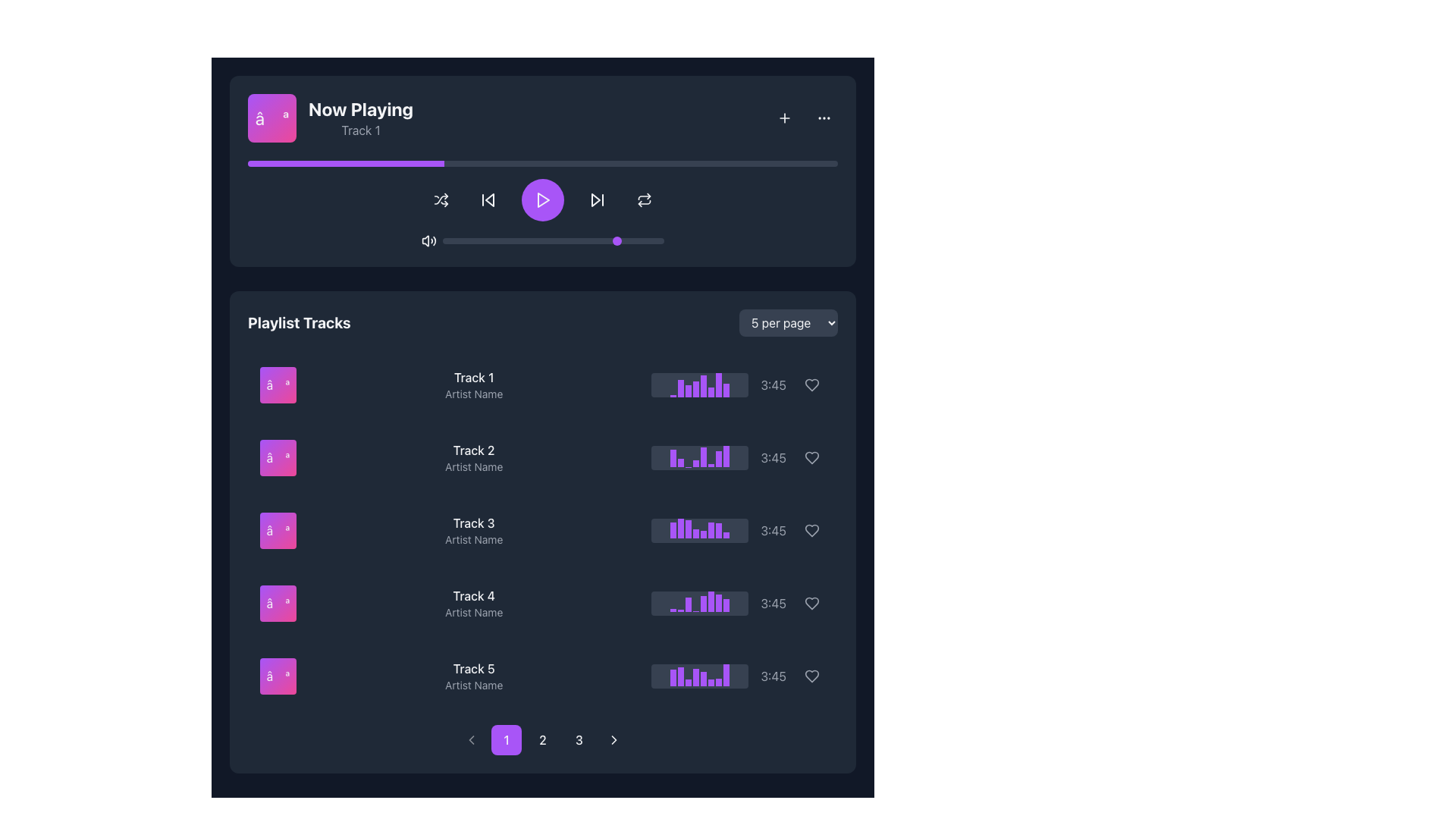 Image resolution: width=1456 pixels, height=819 pixels. Describe the element at coordinates (542, 457) in the screenshot. I see `to select the Playlist item displaying 'Track 2' by 'Artist Name', which is the second entry in the 'Playlist Tracks' section` at that location.